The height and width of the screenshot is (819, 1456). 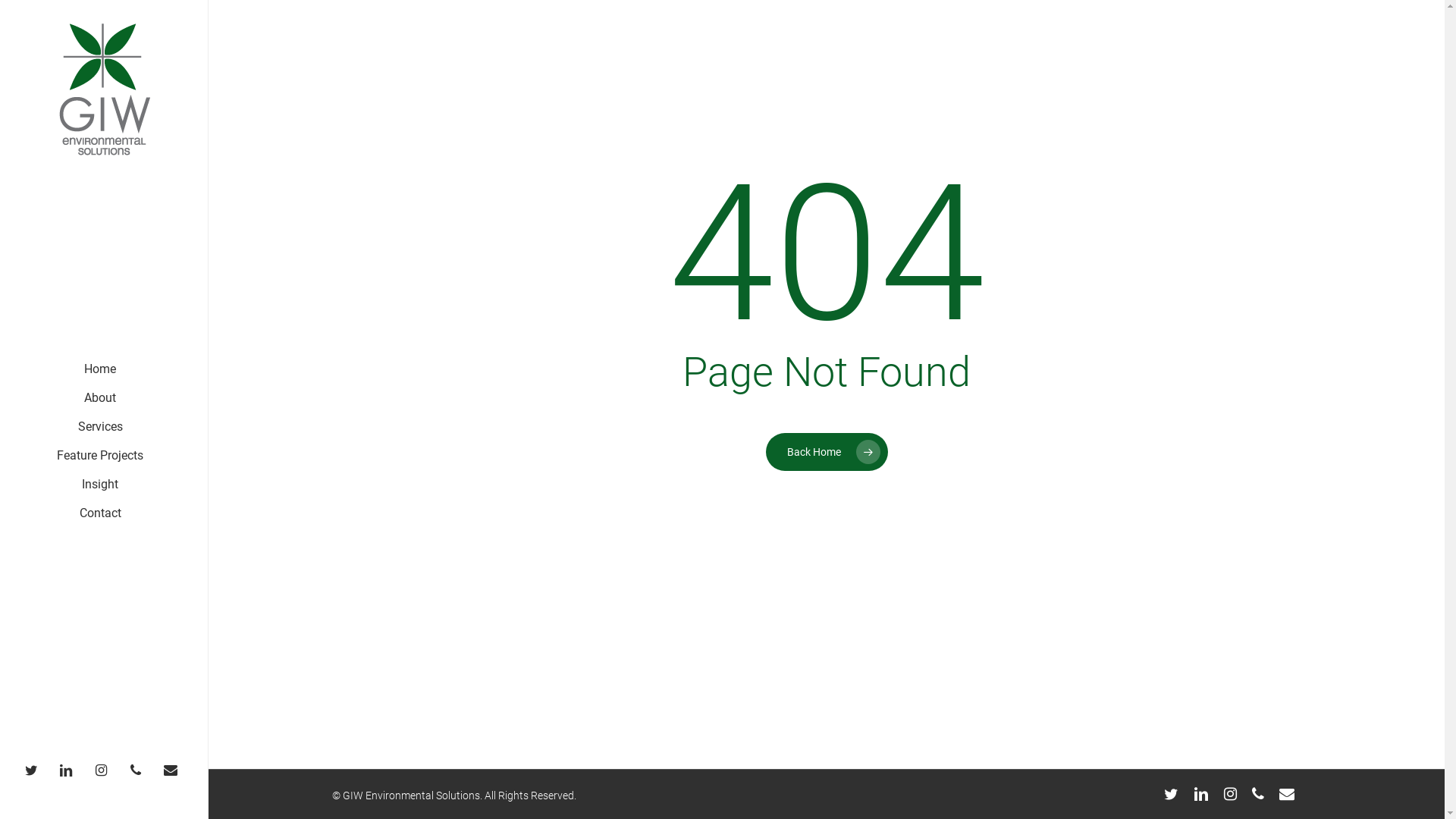 I want to click on 'instagram', so click(x=86, y=769).